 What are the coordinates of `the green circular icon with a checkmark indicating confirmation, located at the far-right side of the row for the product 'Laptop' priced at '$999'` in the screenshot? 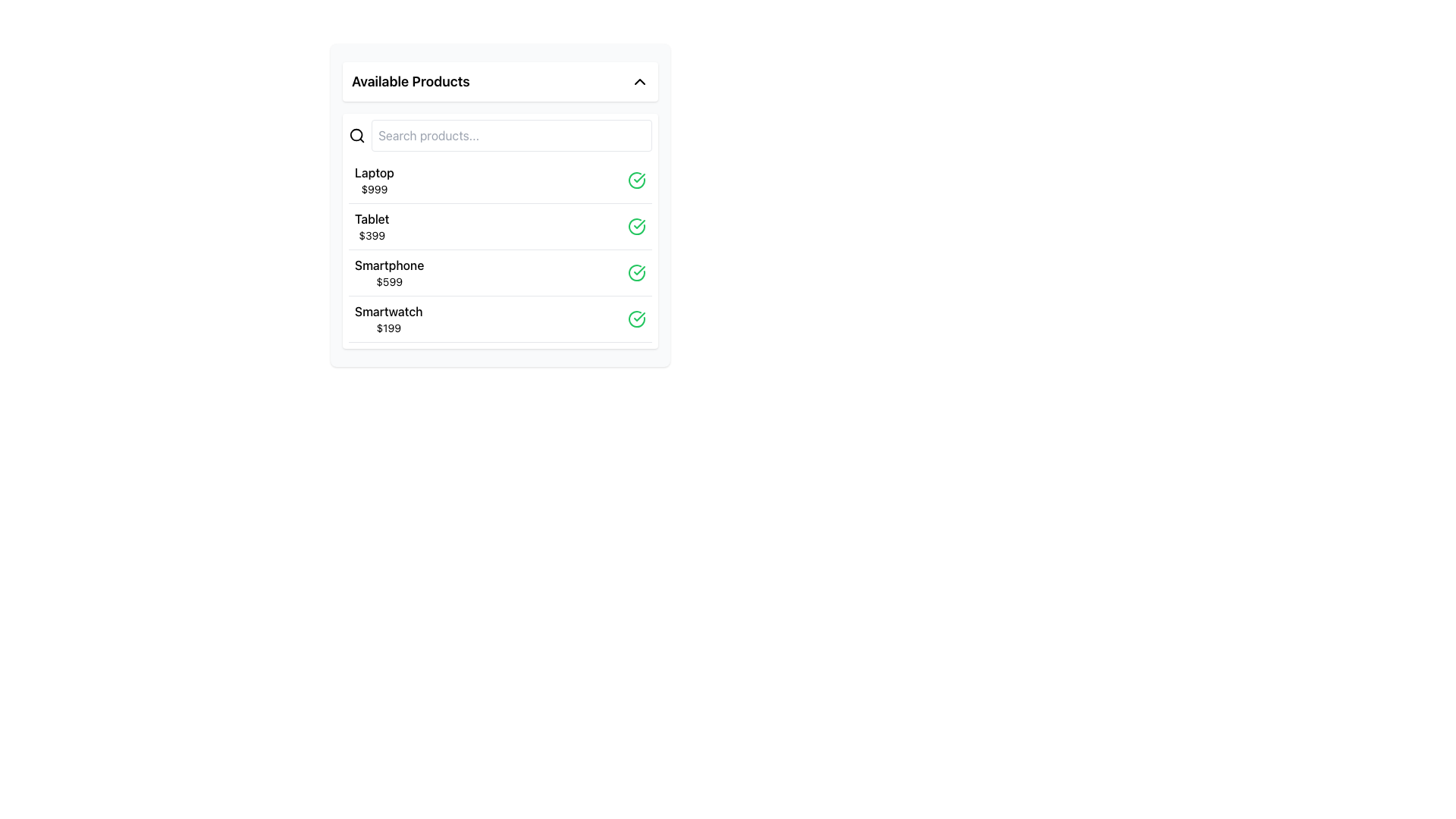 It's located at (637, 180).